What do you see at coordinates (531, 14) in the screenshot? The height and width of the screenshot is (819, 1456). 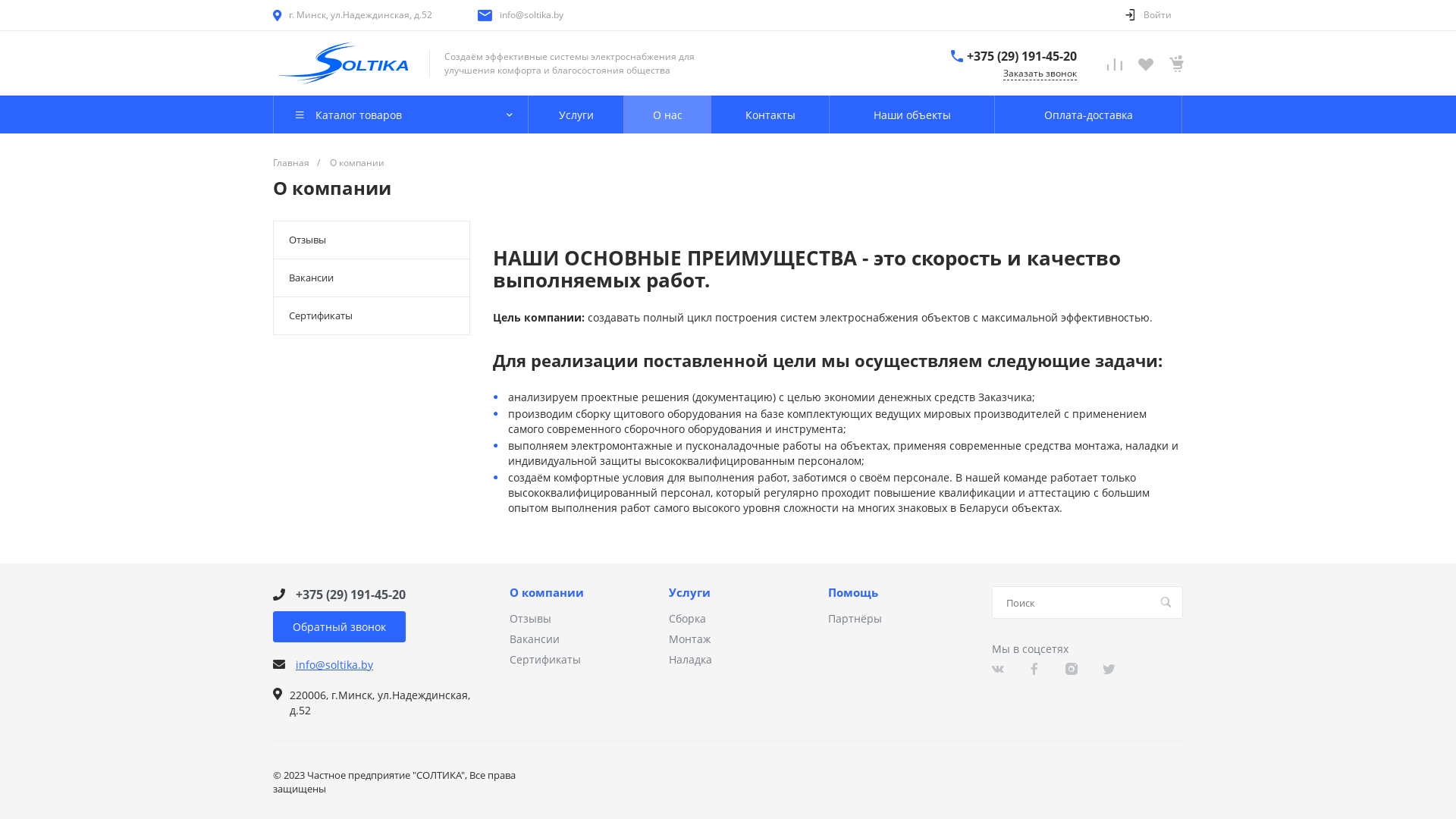 I see `'info@soltika.by'` at bounding box center [531, 14].